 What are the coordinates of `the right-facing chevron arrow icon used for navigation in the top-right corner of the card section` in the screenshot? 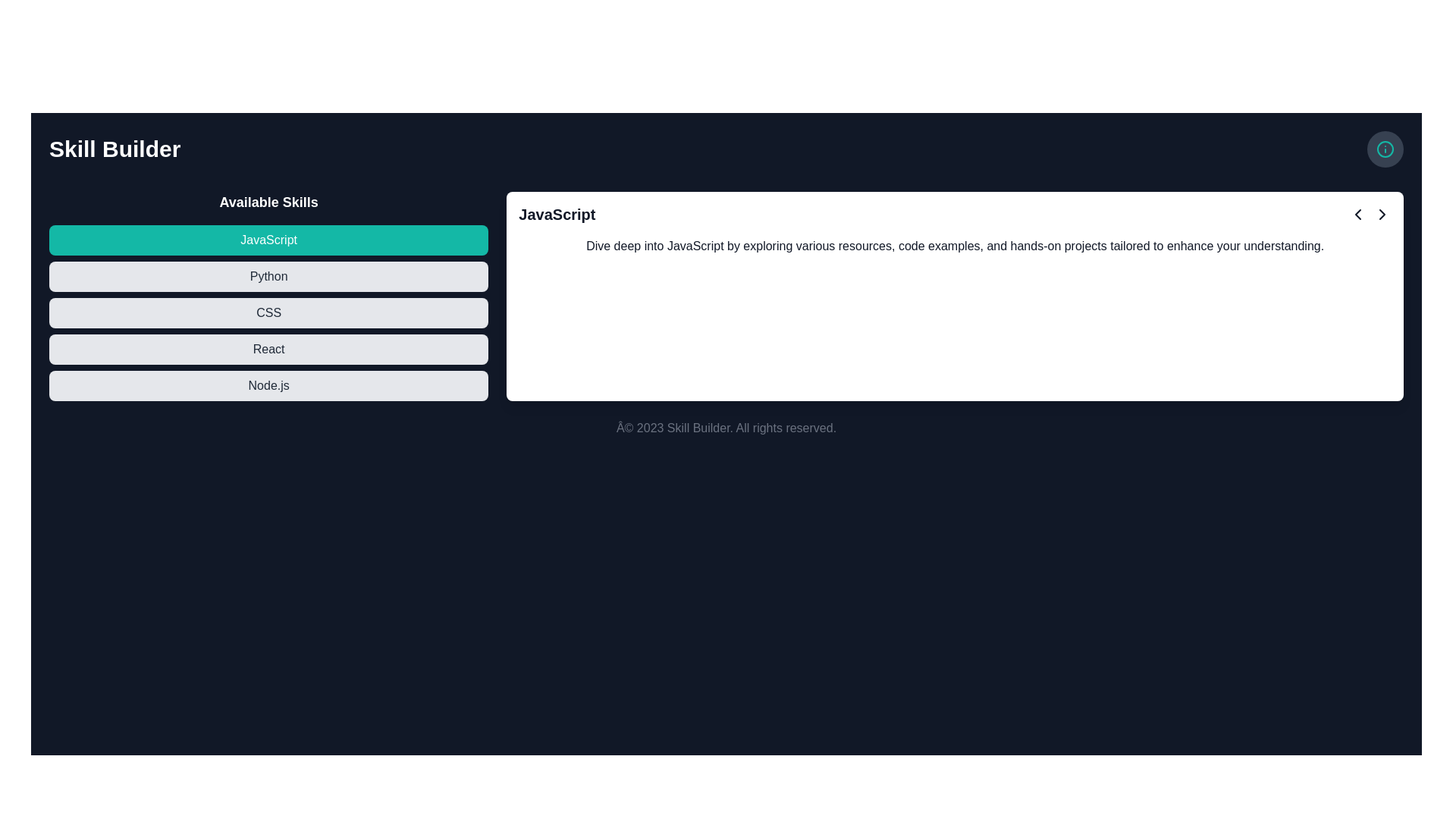 It's located at (1382, 214).